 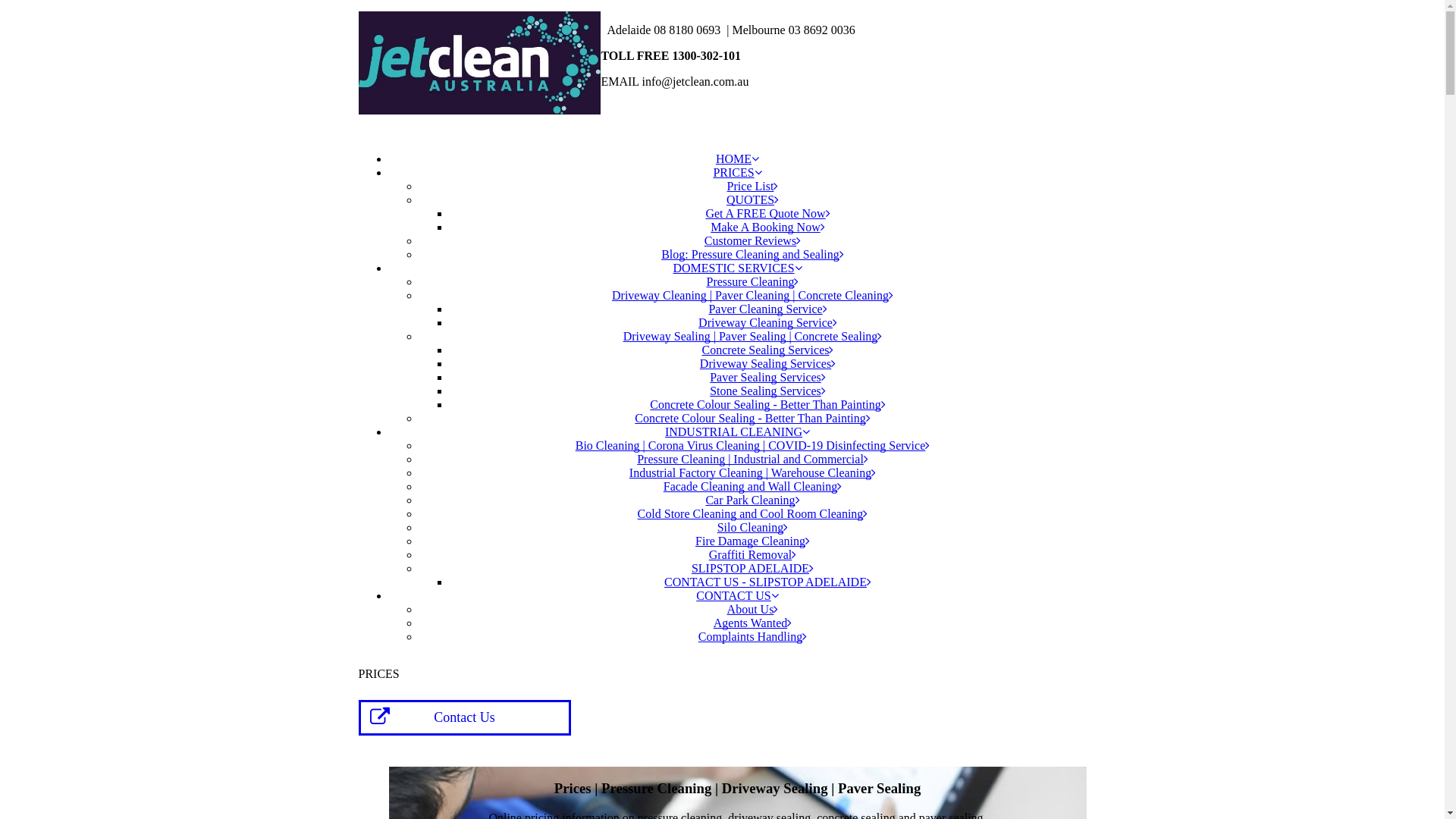 What do you see at coordinates (698, 636) in the screenshot?
I see `'Complaints Handling'` at bounding box center [698, 636].